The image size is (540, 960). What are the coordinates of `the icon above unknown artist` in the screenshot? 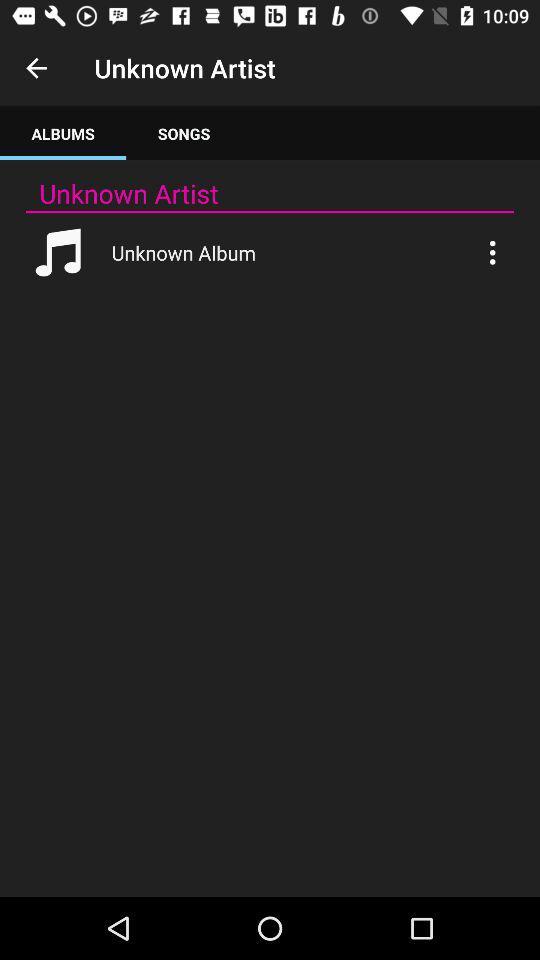 It's located at (184, 132).